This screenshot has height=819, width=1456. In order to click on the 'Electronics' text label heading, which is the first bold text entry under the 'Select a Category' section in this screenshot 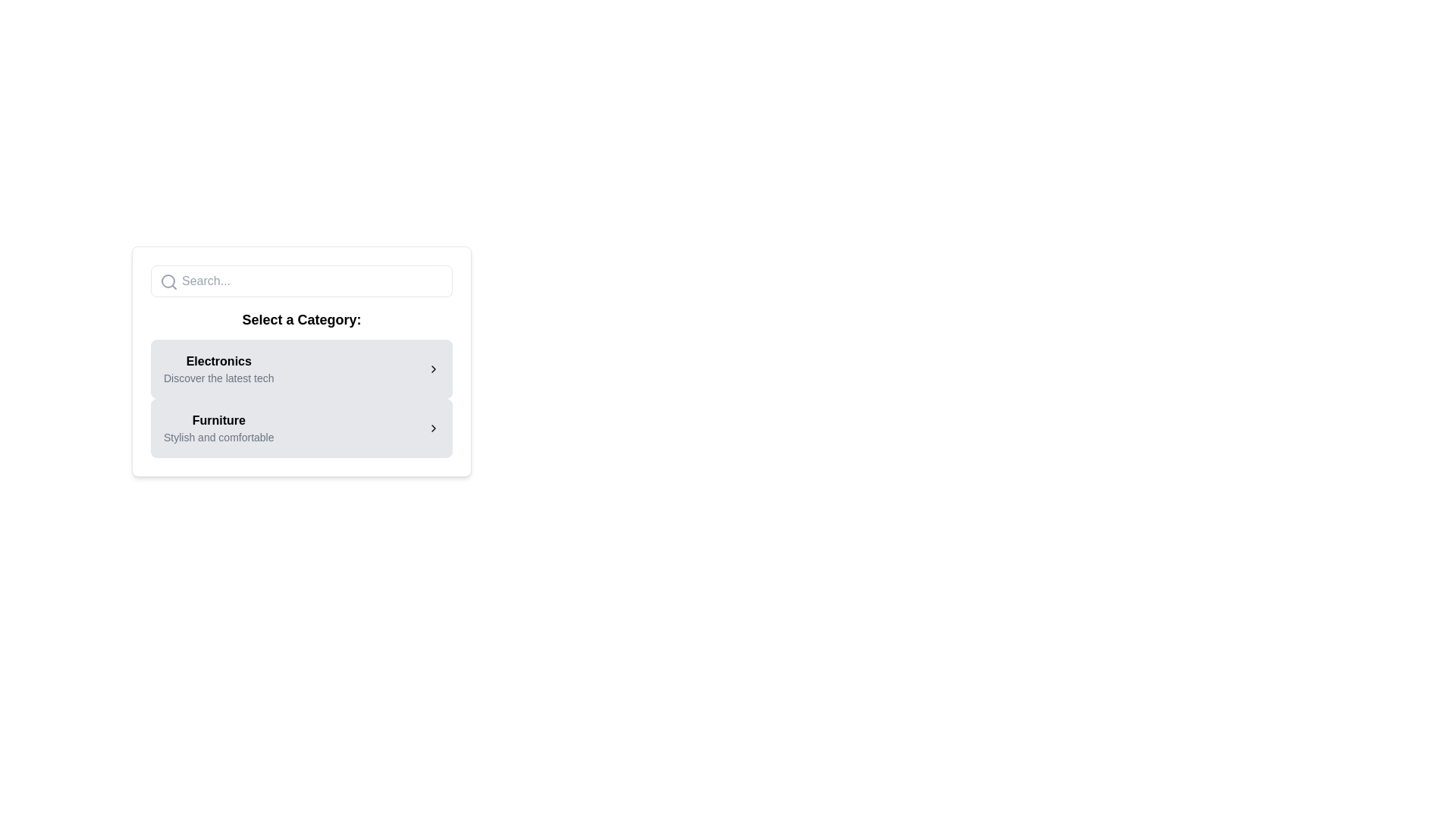, I will do `click(218, 362)`.